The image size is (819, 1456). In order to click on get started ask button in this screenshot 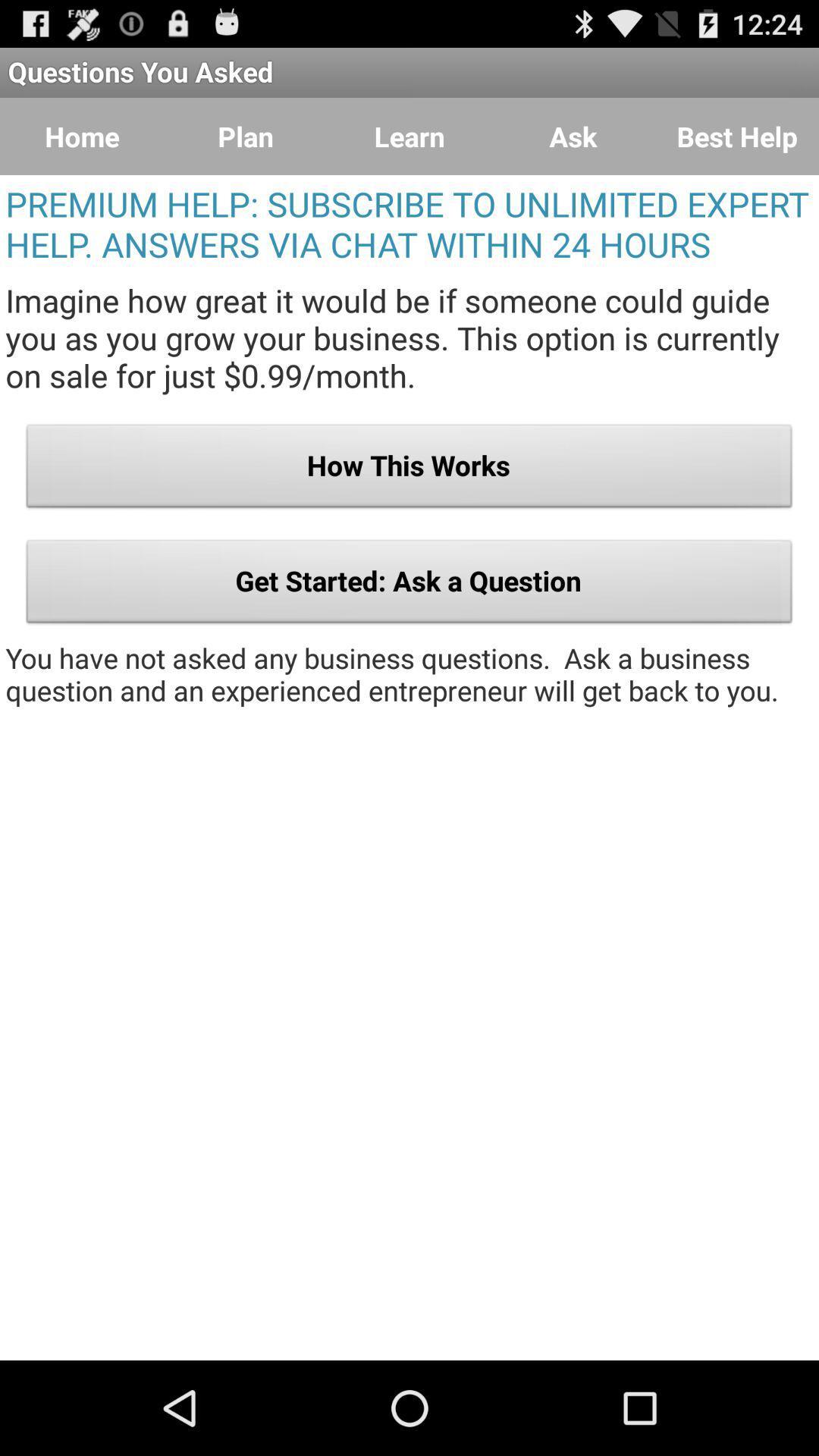, I will do `click(409, 585)`.